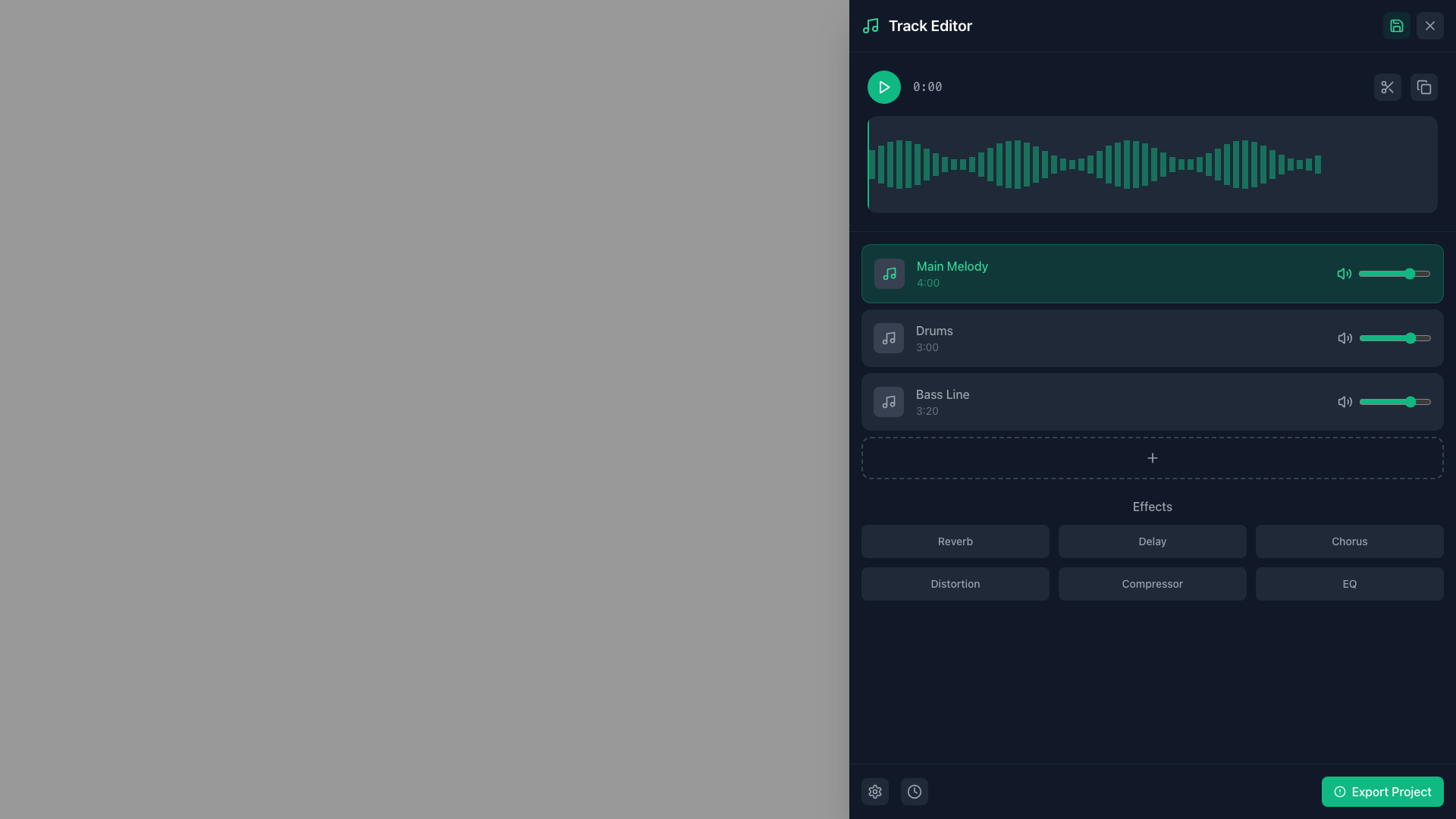 This screenshot has width=1456, height=819. Describe the element at coordinates (1153, 549) in the screenshot. I see `the 'Delay' button with light gray text on a dark background located in the first row, second column of the 'Effects' grid` at that location.